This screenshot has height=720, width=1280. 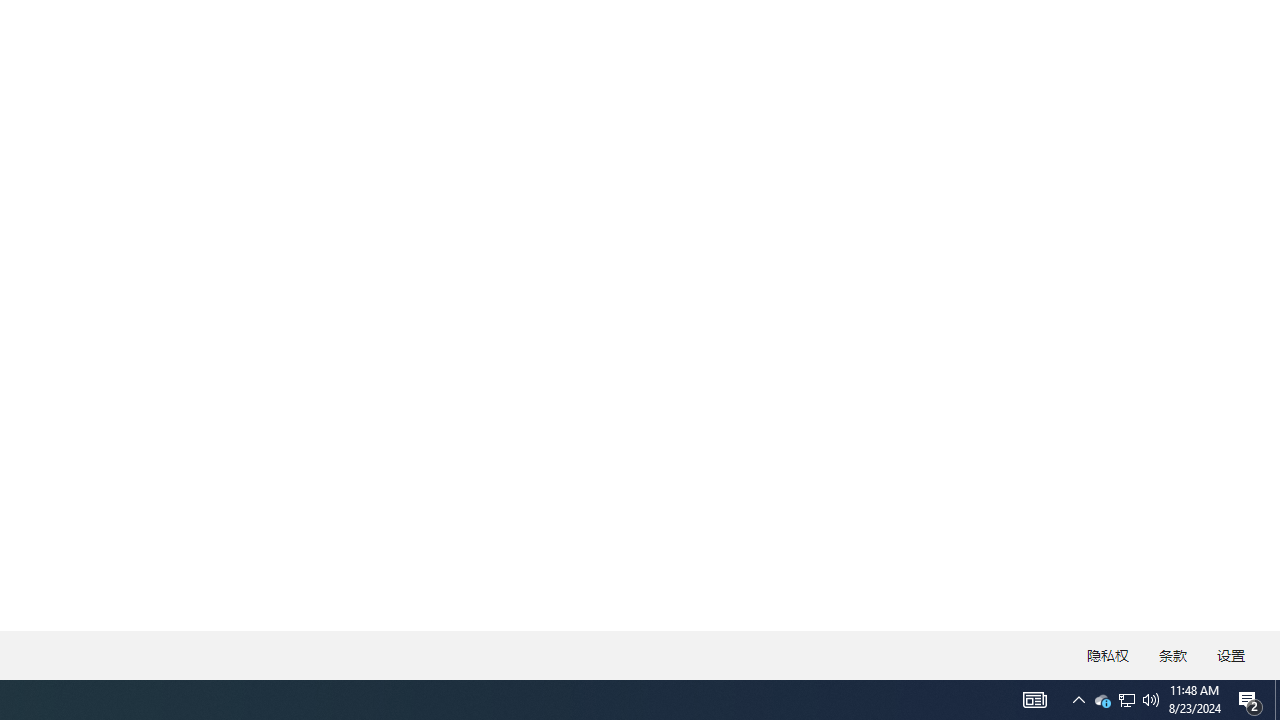 I want to click on 'Show desktop', so click(x=1276, y=698).